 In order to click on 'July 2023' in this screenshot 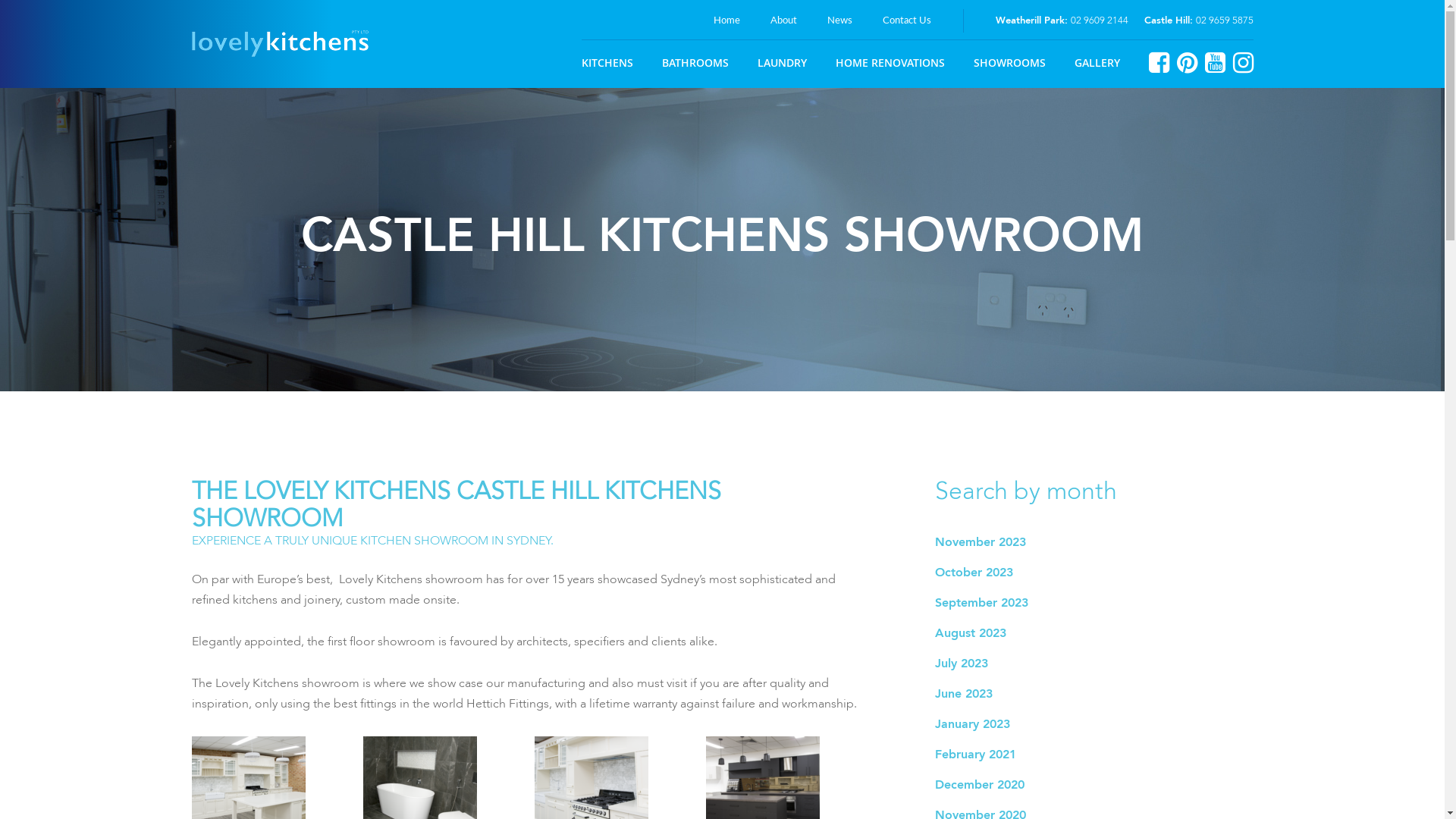, I will do `click(960, 663)`.